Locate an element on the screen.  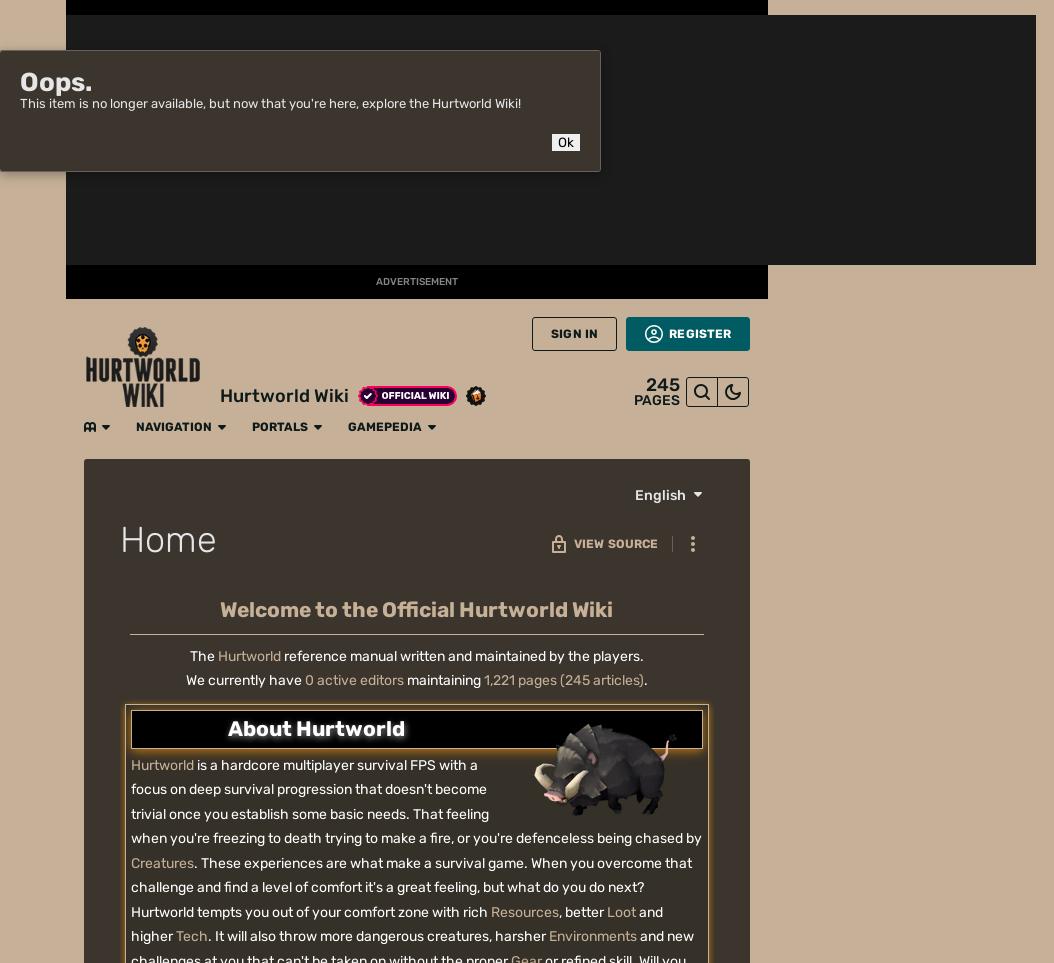
'The' is located at coordinates (382, 119).